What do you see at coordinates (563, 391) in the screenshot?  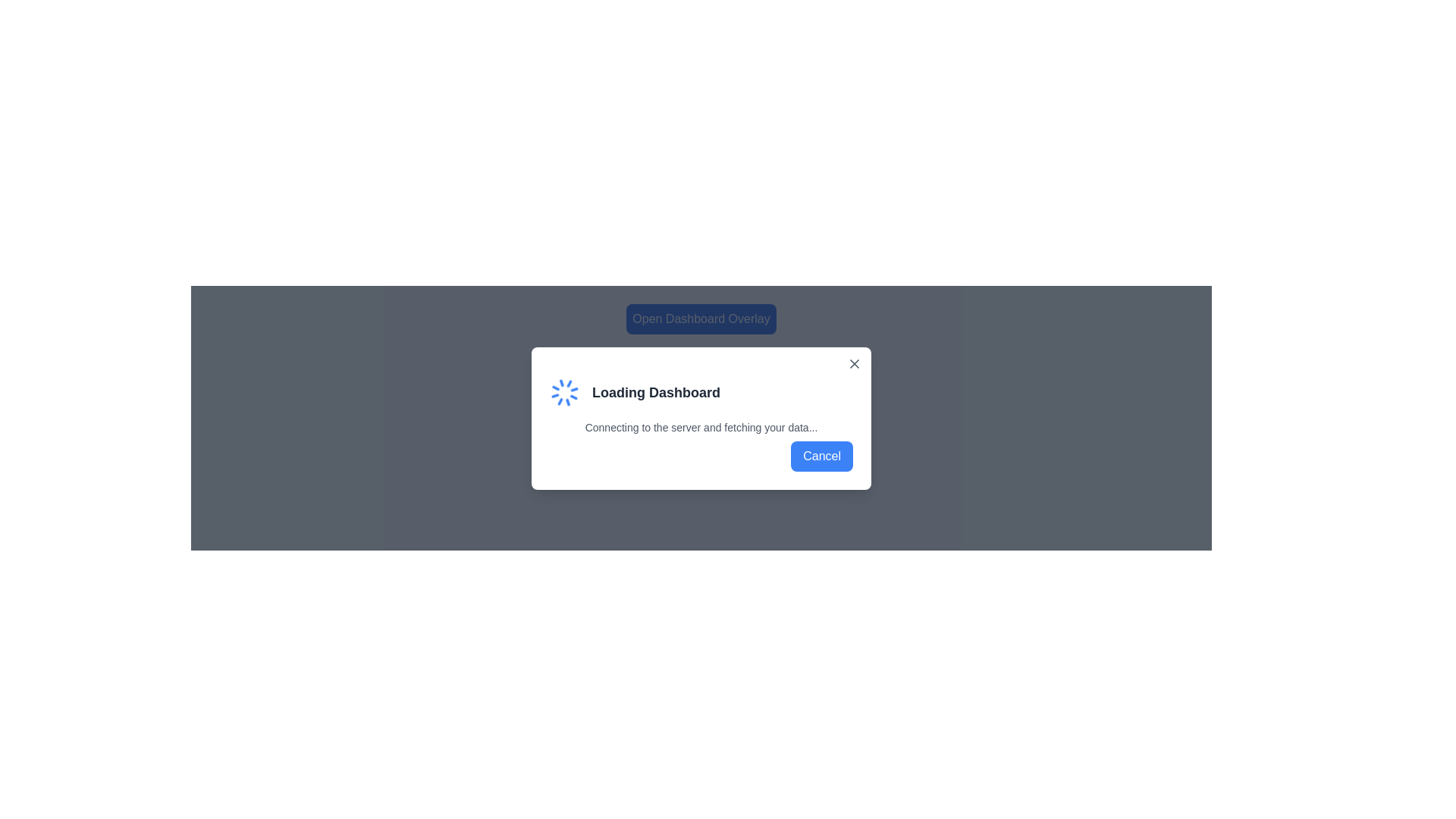 I see `the animated spinner icon, which is a circular loading indicator with blue lines, located above the text 'Loading Dashboard' in the top-left corner of the pop-up modal` at bounding box center [563, 391].